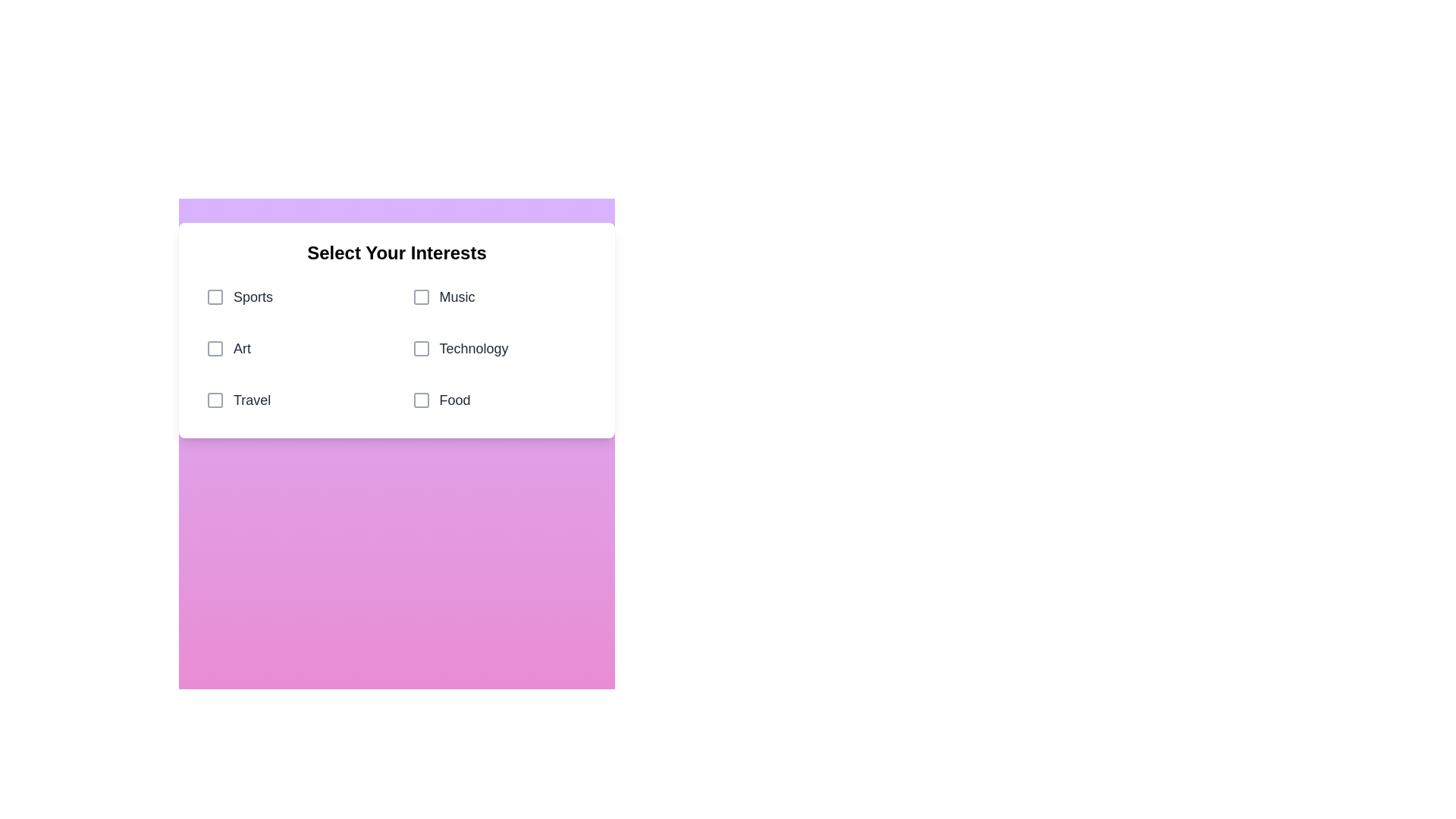 The width and height of the screenshot is (1456, 819). I want to click on the category Music, so click(500, 297).